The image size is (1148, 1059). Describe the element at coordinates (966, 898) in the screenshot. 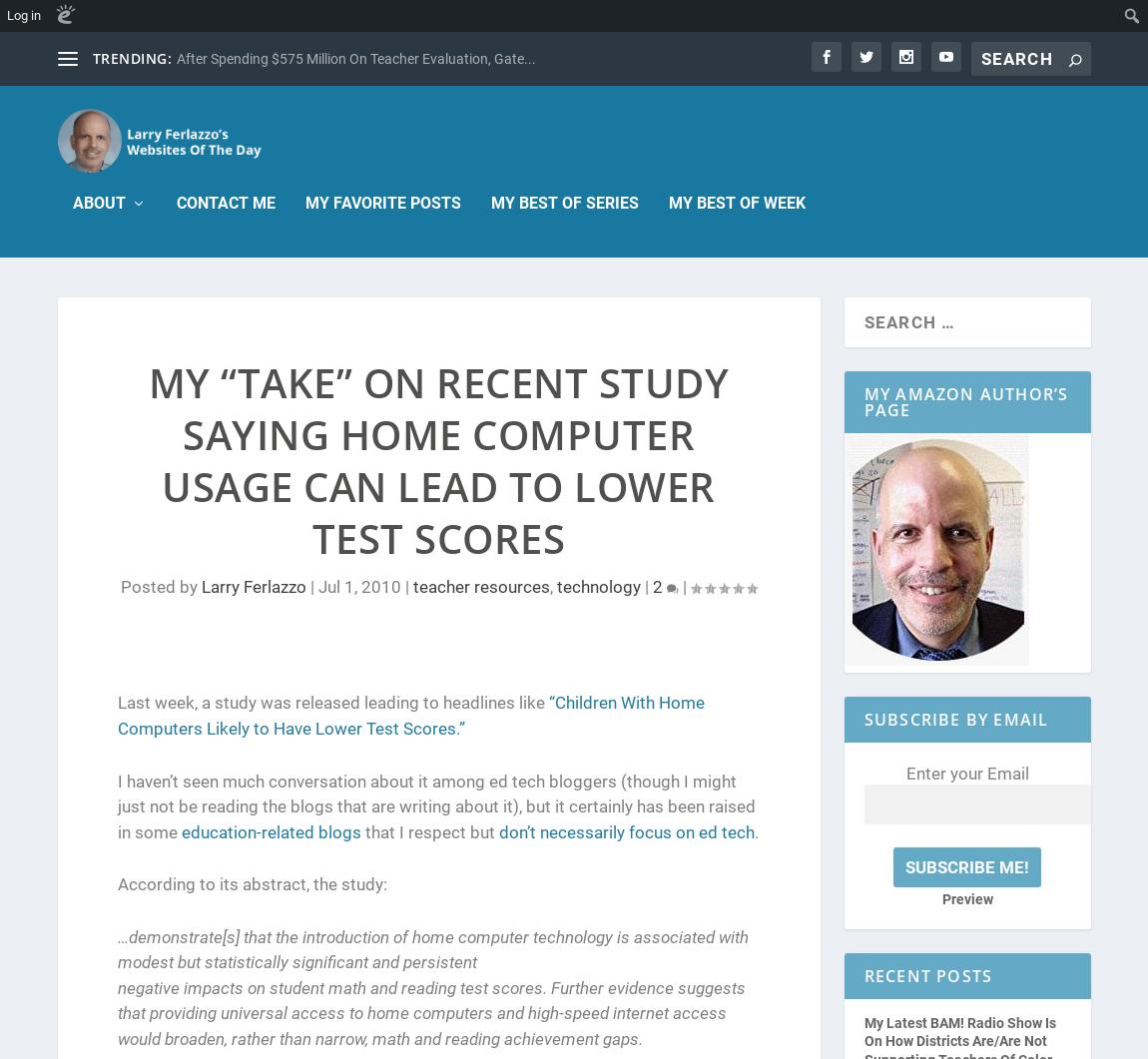

I see `'Preview'` at that location.